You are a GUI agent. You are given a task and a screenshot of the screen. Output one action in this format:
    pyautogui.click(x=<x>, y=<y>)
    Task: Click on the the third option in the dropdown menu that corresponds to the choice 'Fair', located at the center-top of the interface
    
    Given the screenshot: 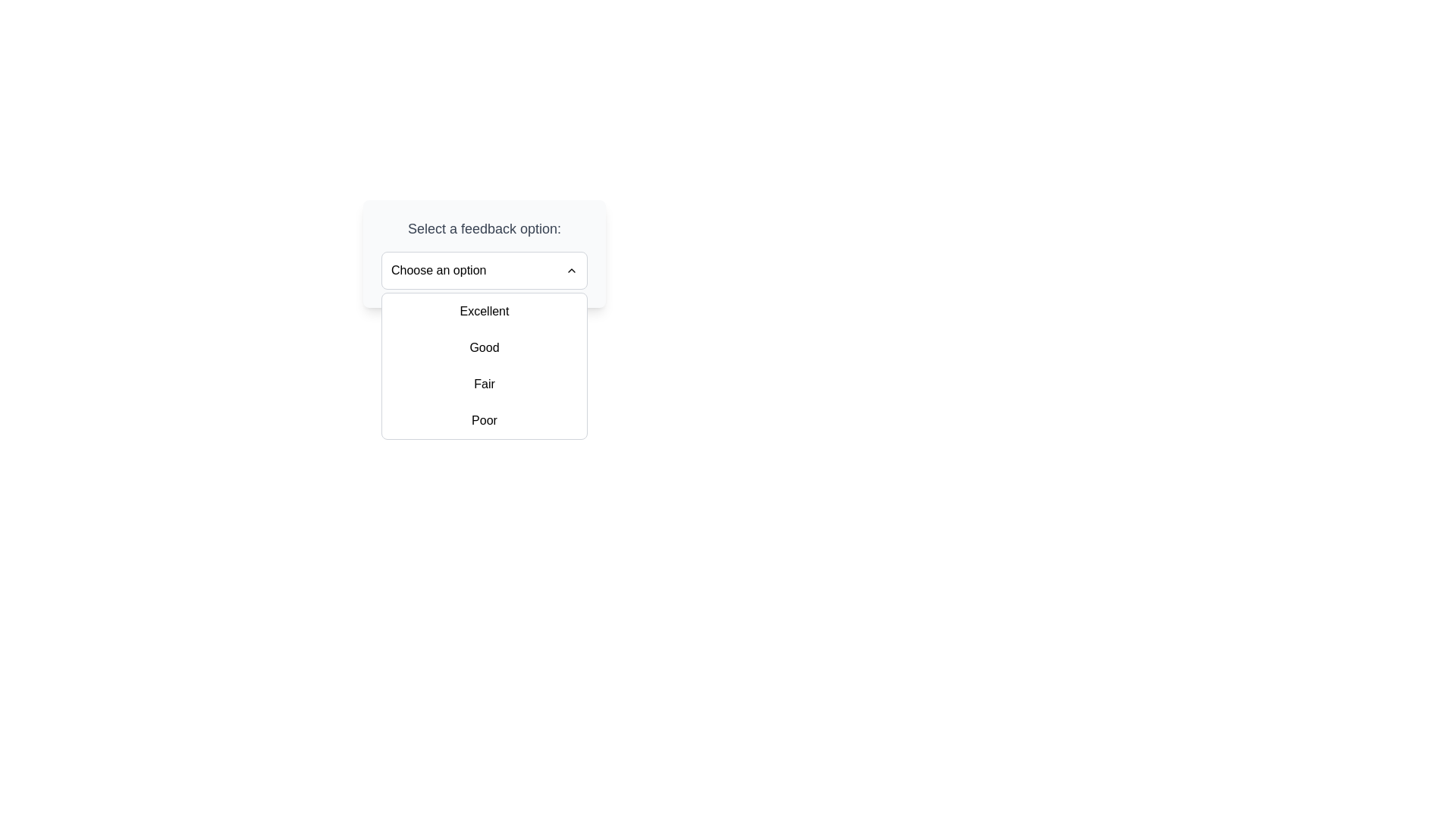 What is the action you would take?
    pyautogui.click(x=483, y=383)
    